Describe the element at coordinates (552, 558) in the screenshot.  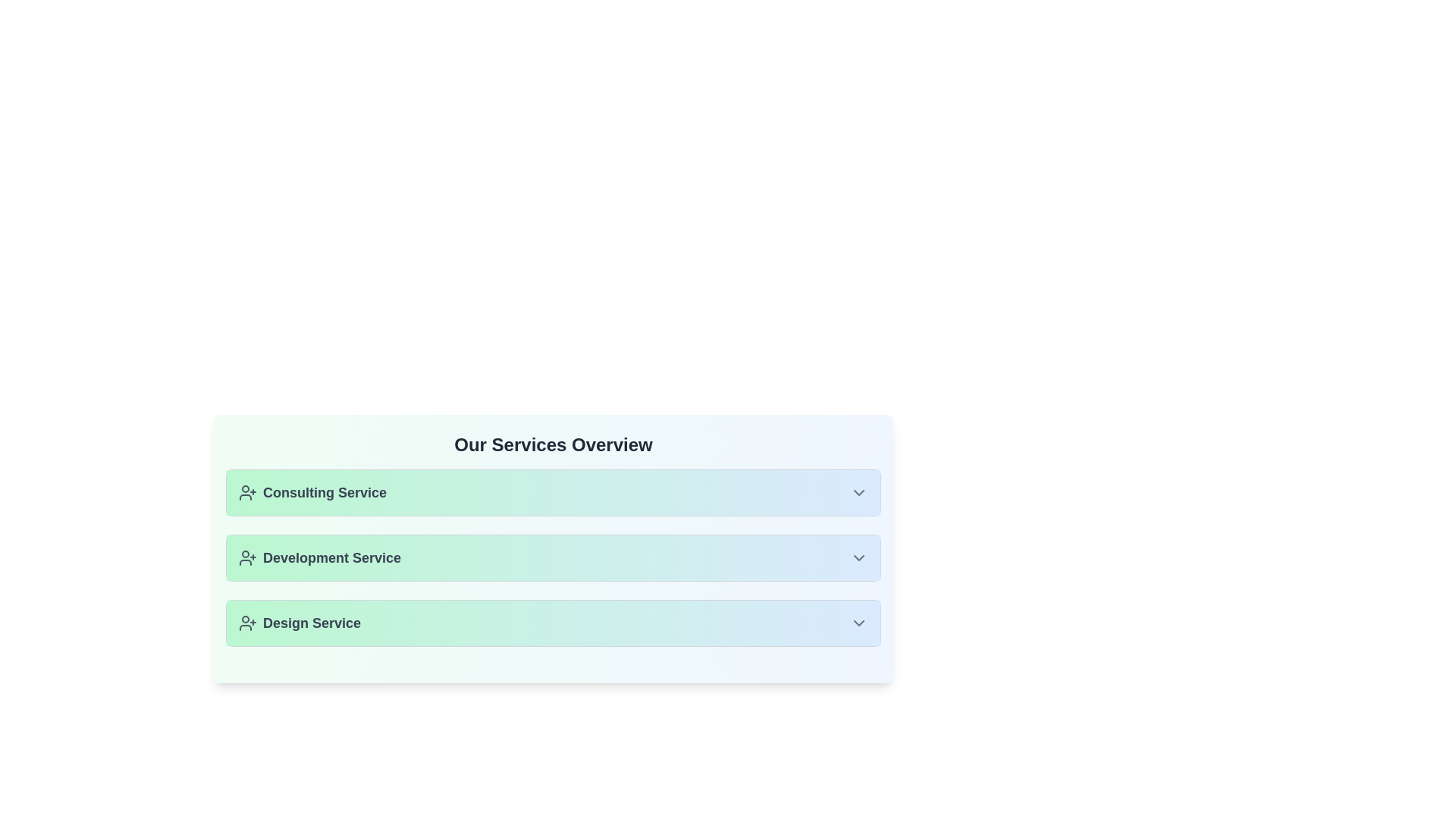
I see `the selectable card for 'Development Service' located in the 'Our Services Overview' section` at that location.